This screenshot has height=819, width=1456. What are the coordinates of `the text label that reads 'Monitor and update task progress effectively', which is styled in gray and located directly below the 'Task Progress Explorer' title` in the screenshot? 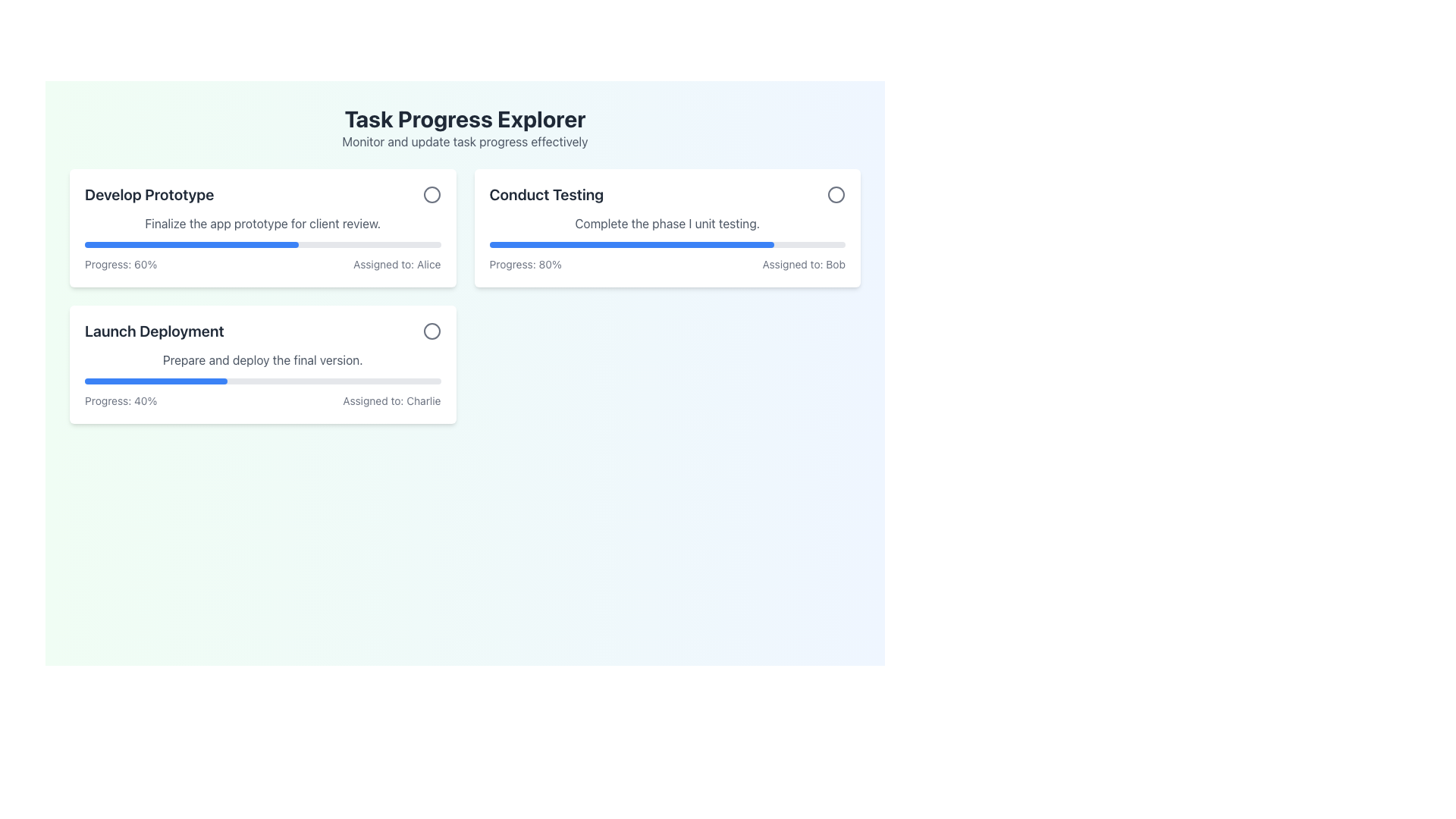 It's located at (464, 141).